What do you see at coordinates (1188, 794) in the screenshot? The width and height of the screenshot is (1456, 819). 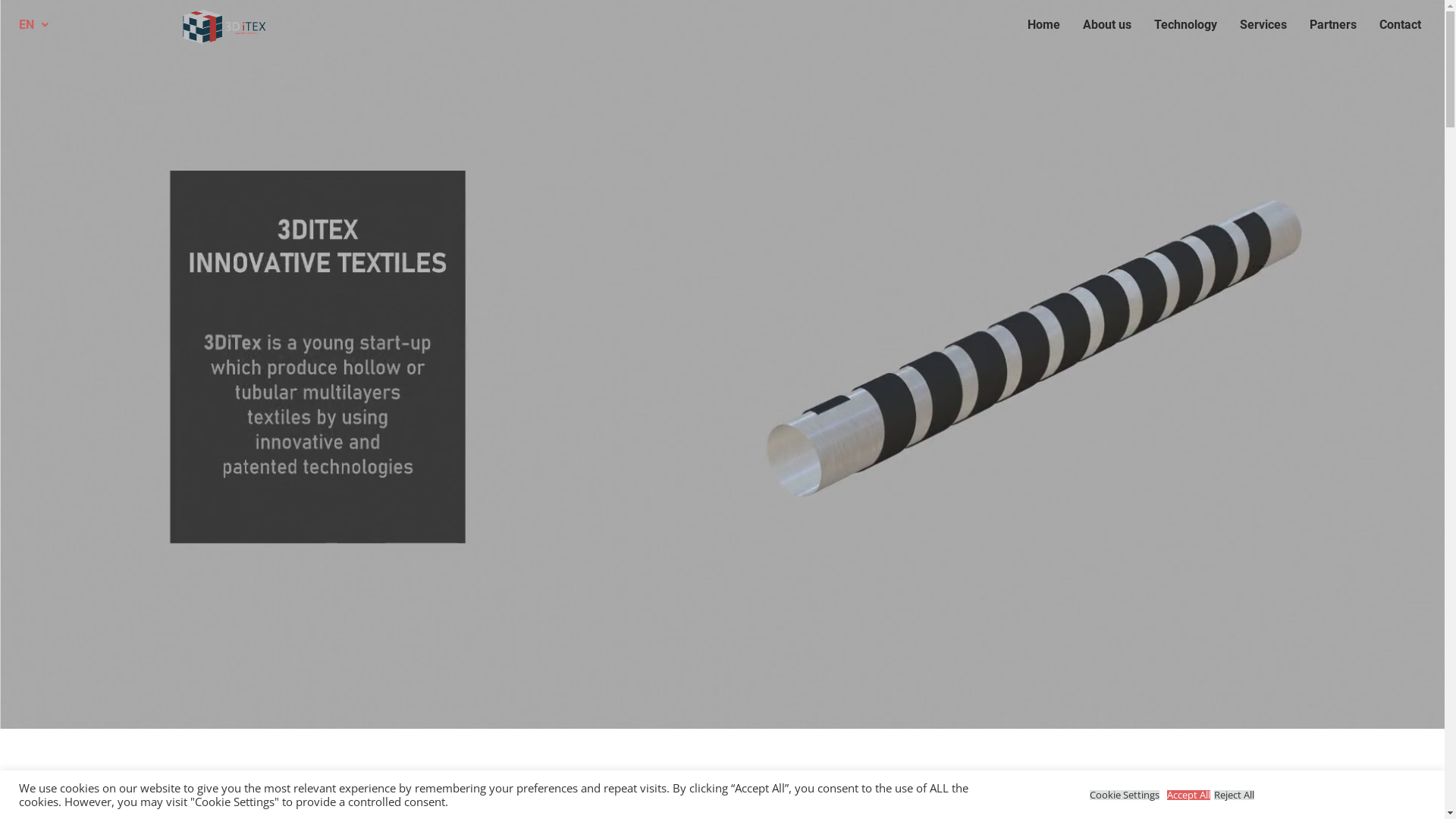 I see `'Accept All'` at bounding box center [1188, 794].